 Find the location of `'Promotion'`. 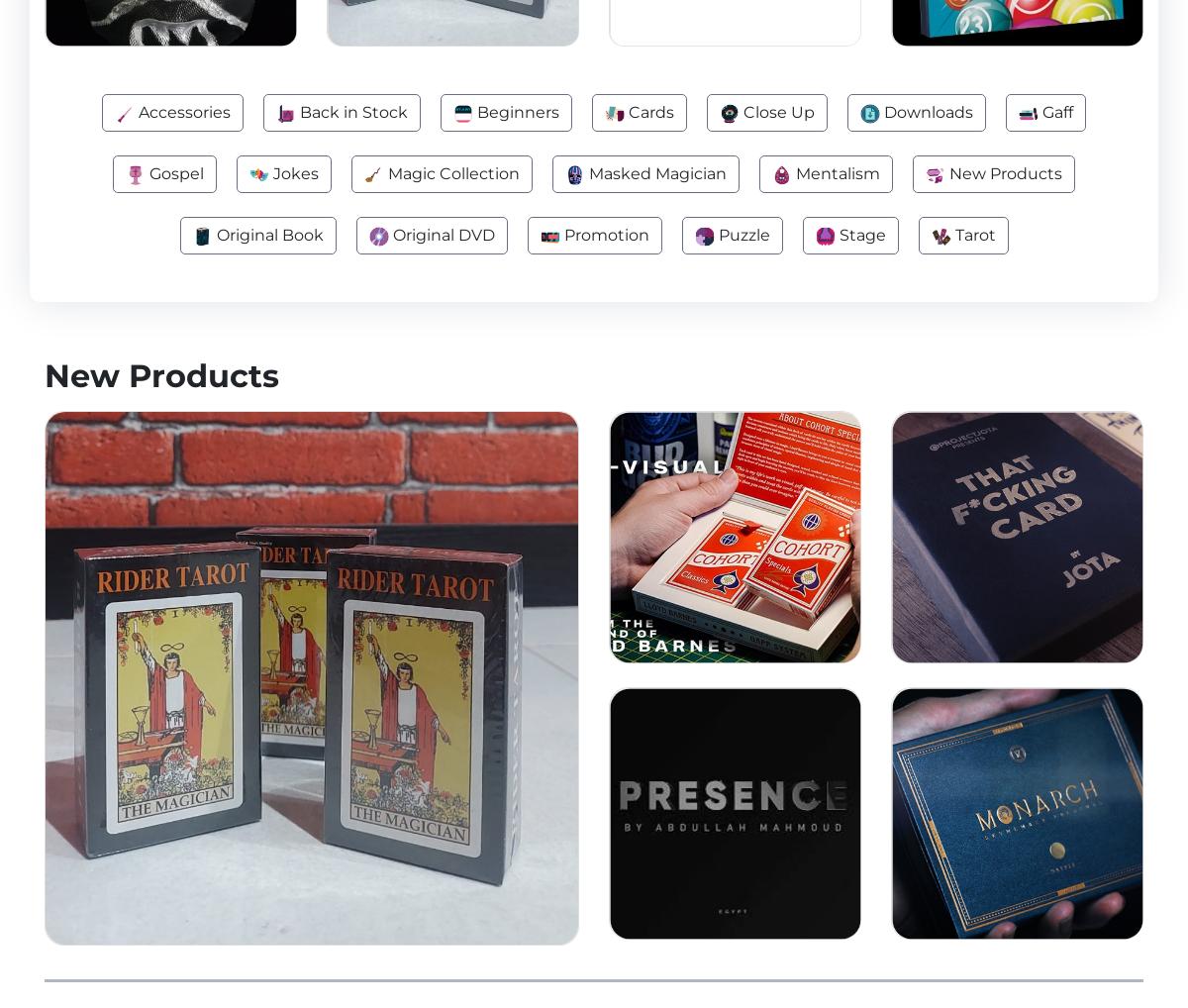

'Promotion' is located at coordinates (603, 234).